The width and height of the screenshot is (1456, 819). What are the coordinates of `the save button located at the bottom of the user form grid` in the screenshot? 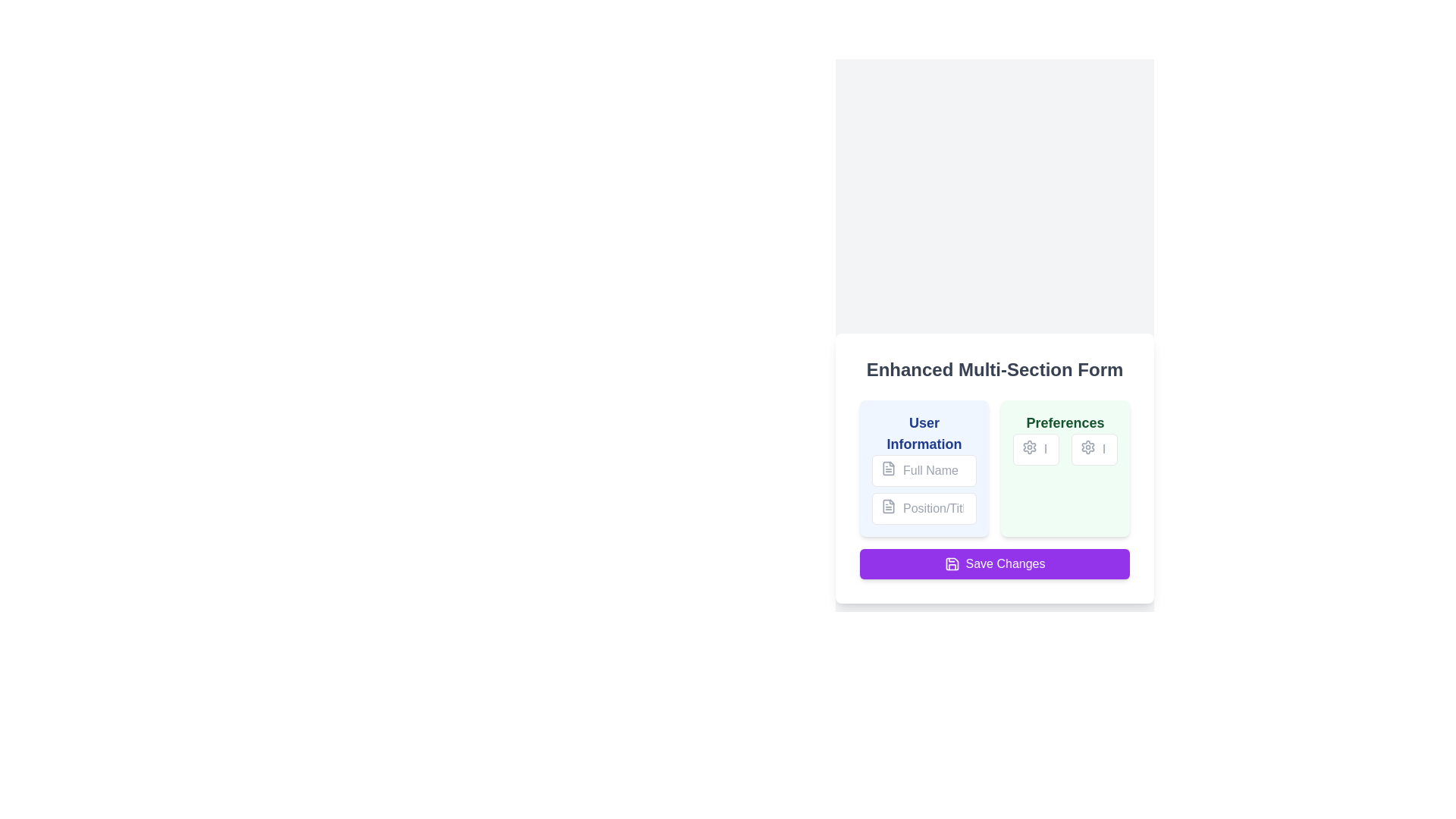 It's located at (994, 564).